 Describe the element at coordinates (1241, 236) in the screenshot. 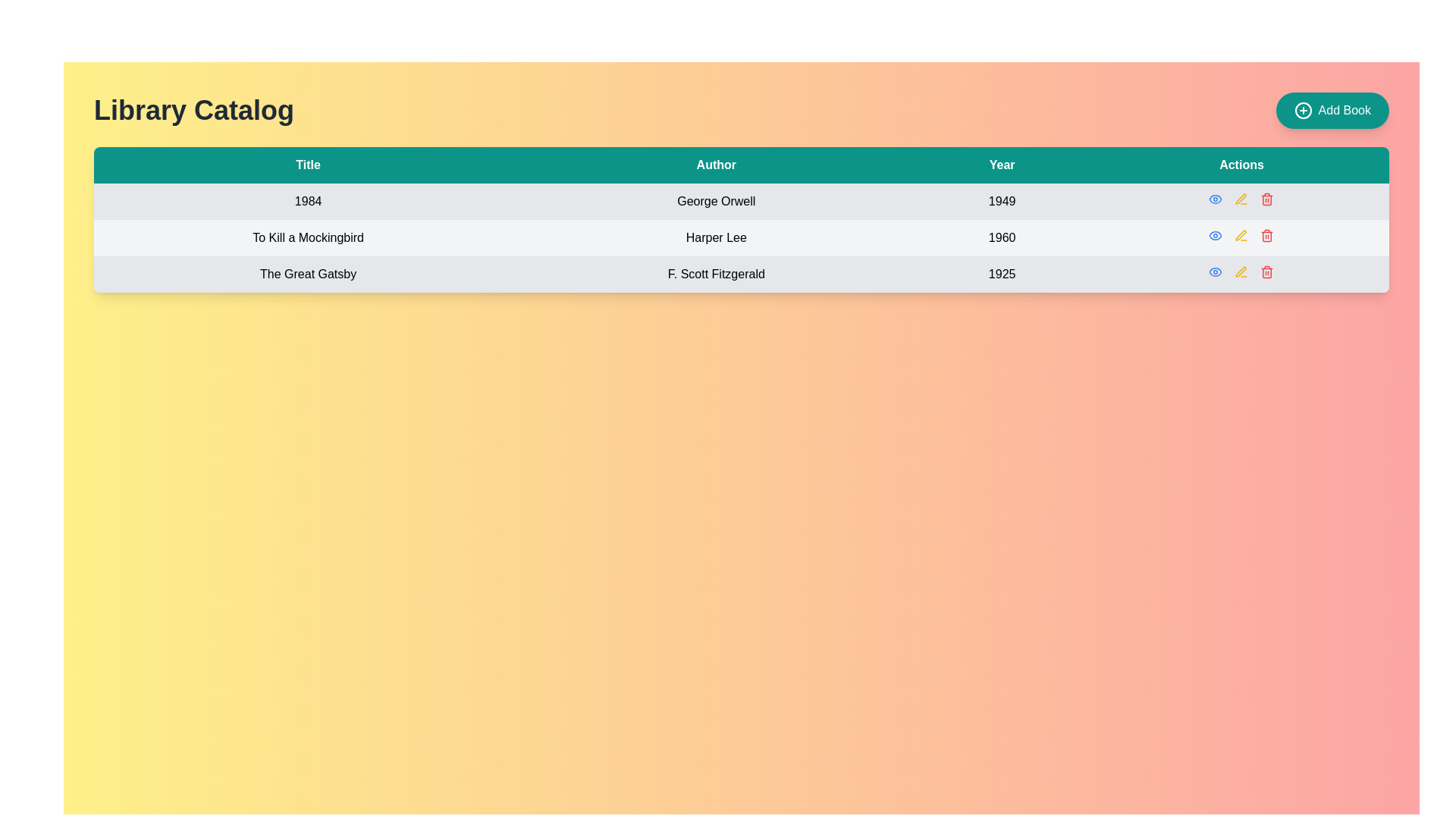

I see `the yellow pencil icon for editing functionalities located in the 'Actions' column of the library catalog table, specifically in the row for 'To Kill a Mockingbird'` at that location.